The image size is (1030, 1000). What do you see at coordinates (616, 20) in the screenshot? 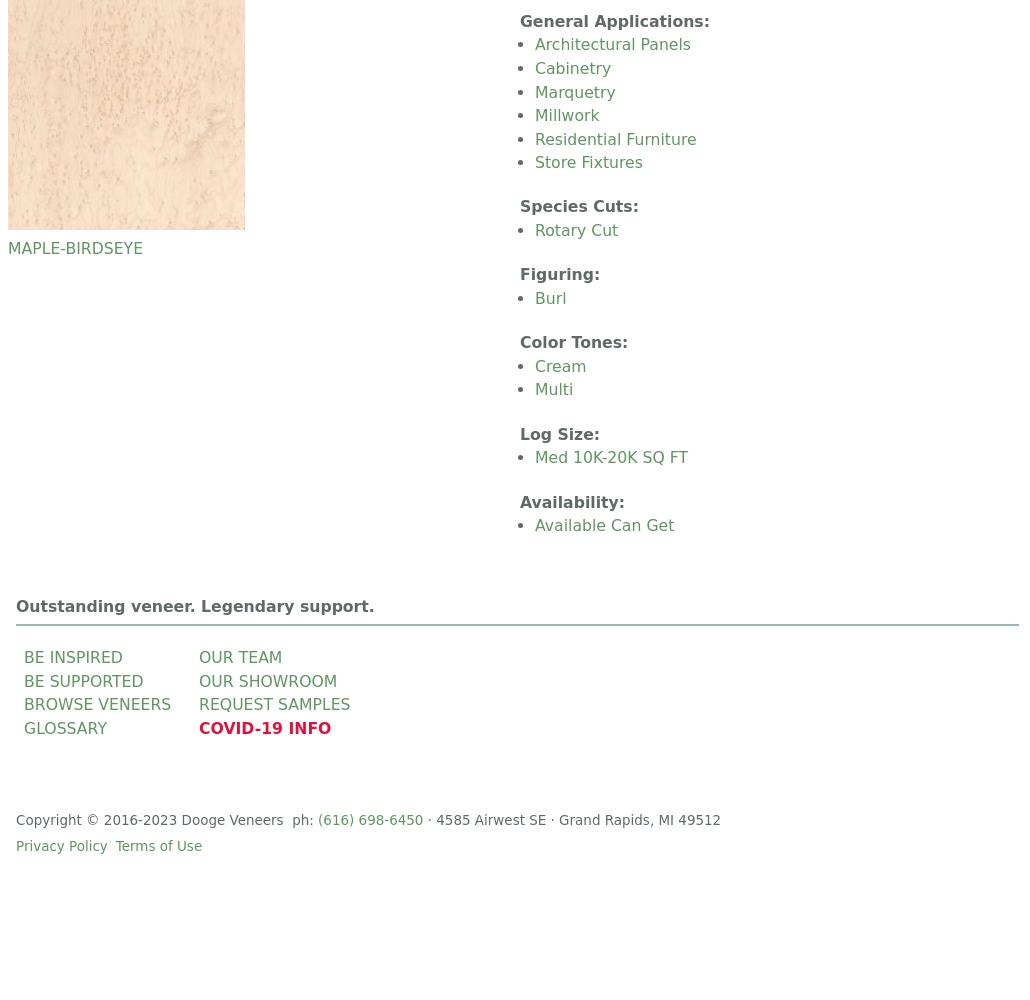
I see `'General Applications:'` at bounding box center [616, 20].